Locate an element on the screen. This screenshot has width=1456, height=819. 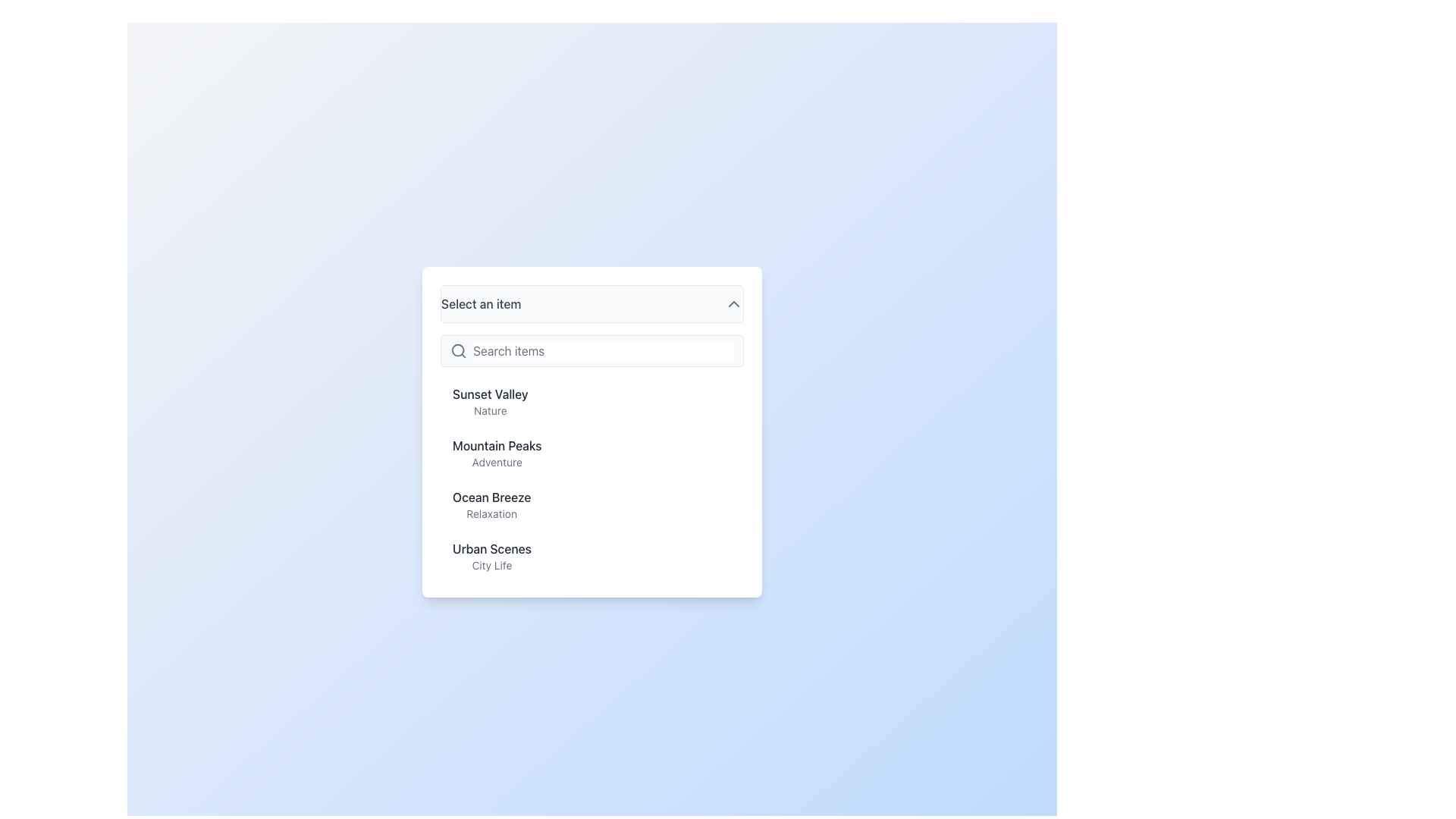
to select the list item displaying 'Ocean Breeze' and 'Relaxation' text in the dropdown panel is located at coordinates (491, 505).